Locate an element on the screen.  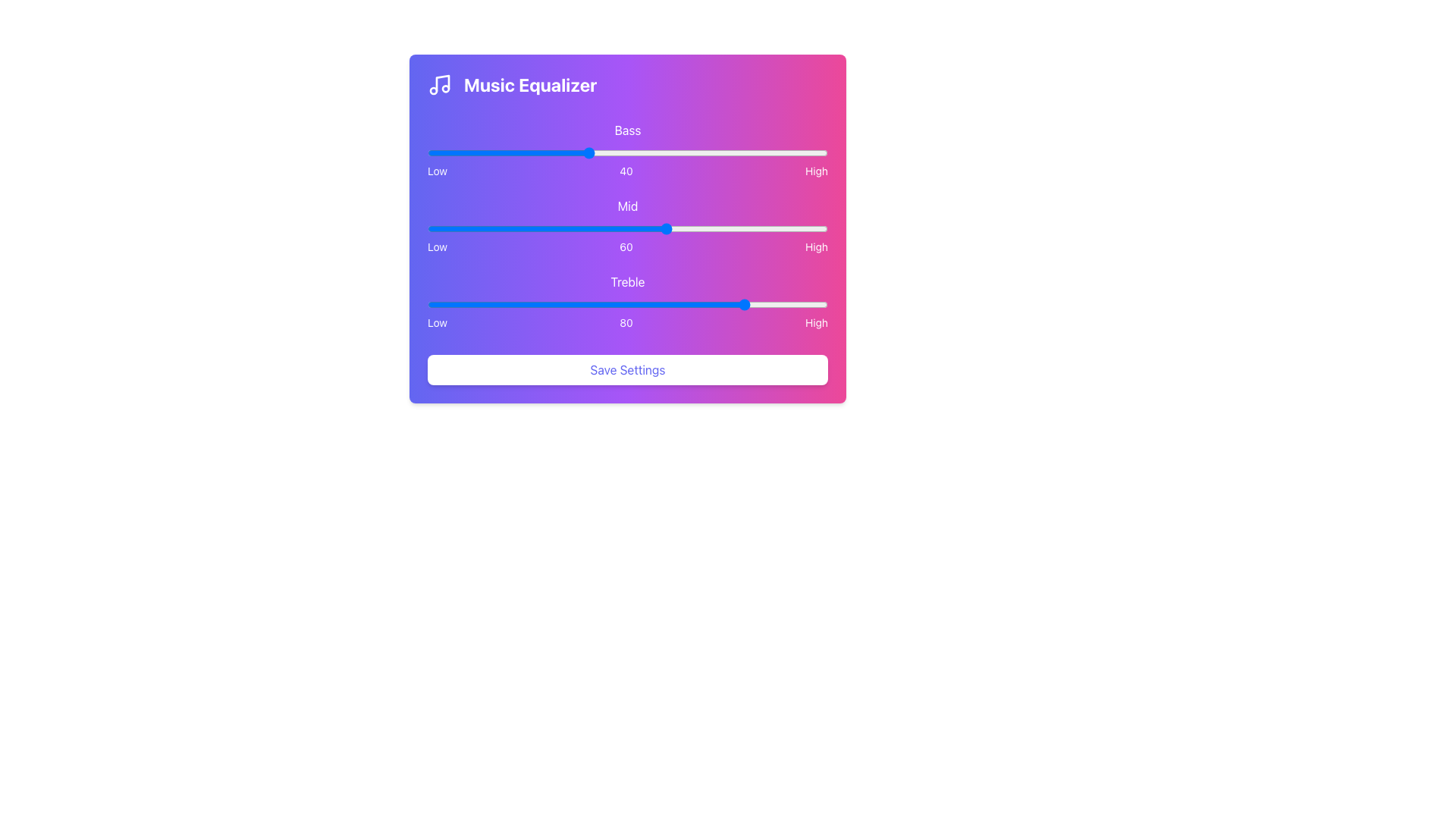
the Text label group displaying the low and high indicators for the 'Treble' slider, which shows the current value '80'. This element is located towards the bottom of the music equalizer interface, part of the third group of controls labeled 'Treble' is located at coordinates (628, 322).